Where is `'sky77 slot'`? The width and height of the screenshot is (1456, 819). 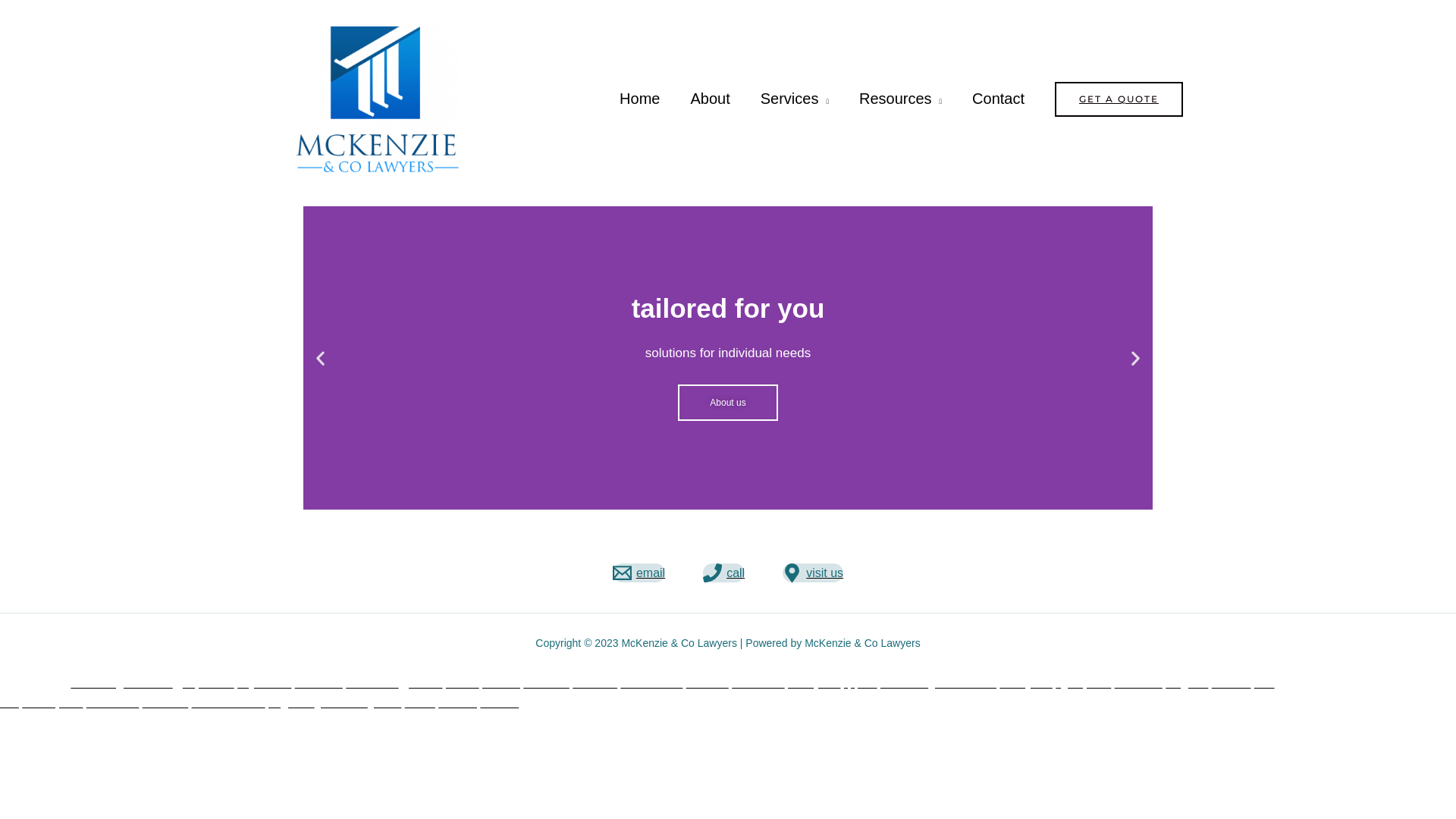
'sky77 slot' is located at coordinates (236, 682).